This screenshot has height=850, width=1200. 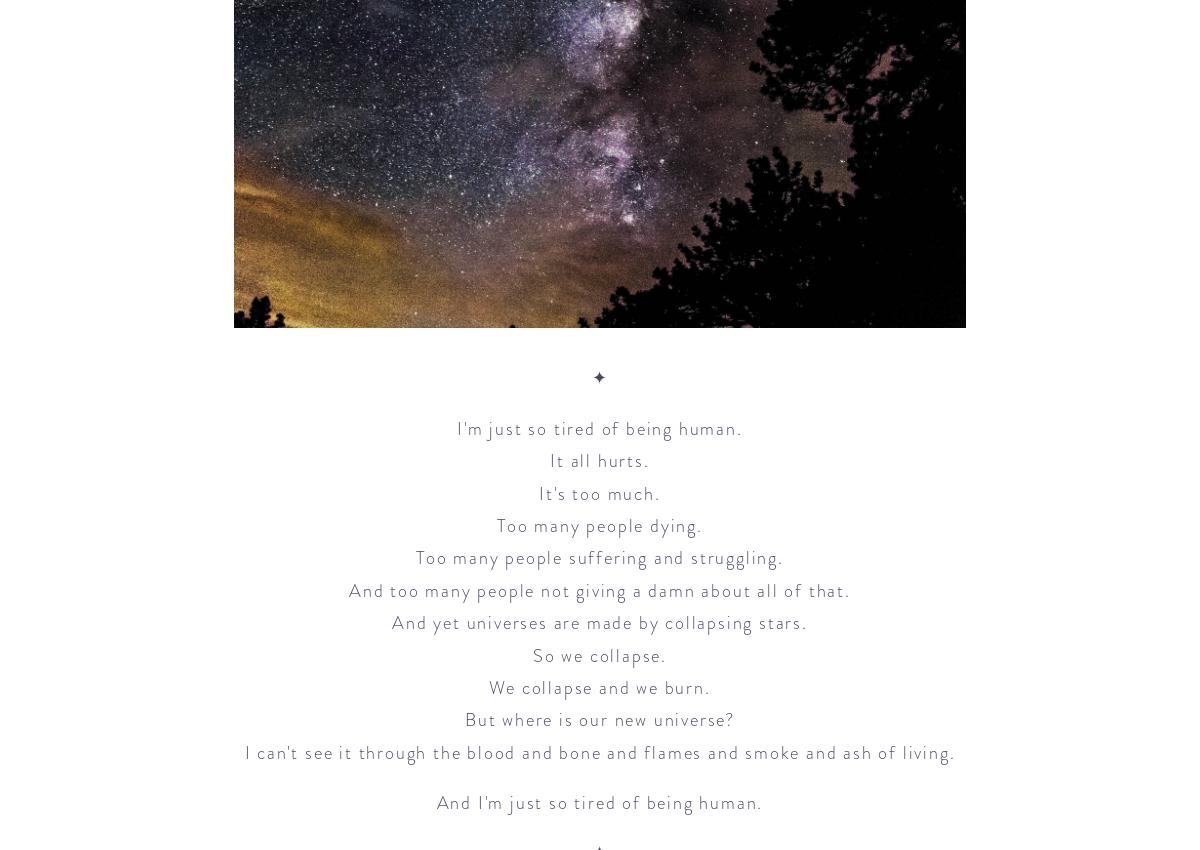 I want to click on 'Too many people suffering and struggling.', so click(x=598, y=558).